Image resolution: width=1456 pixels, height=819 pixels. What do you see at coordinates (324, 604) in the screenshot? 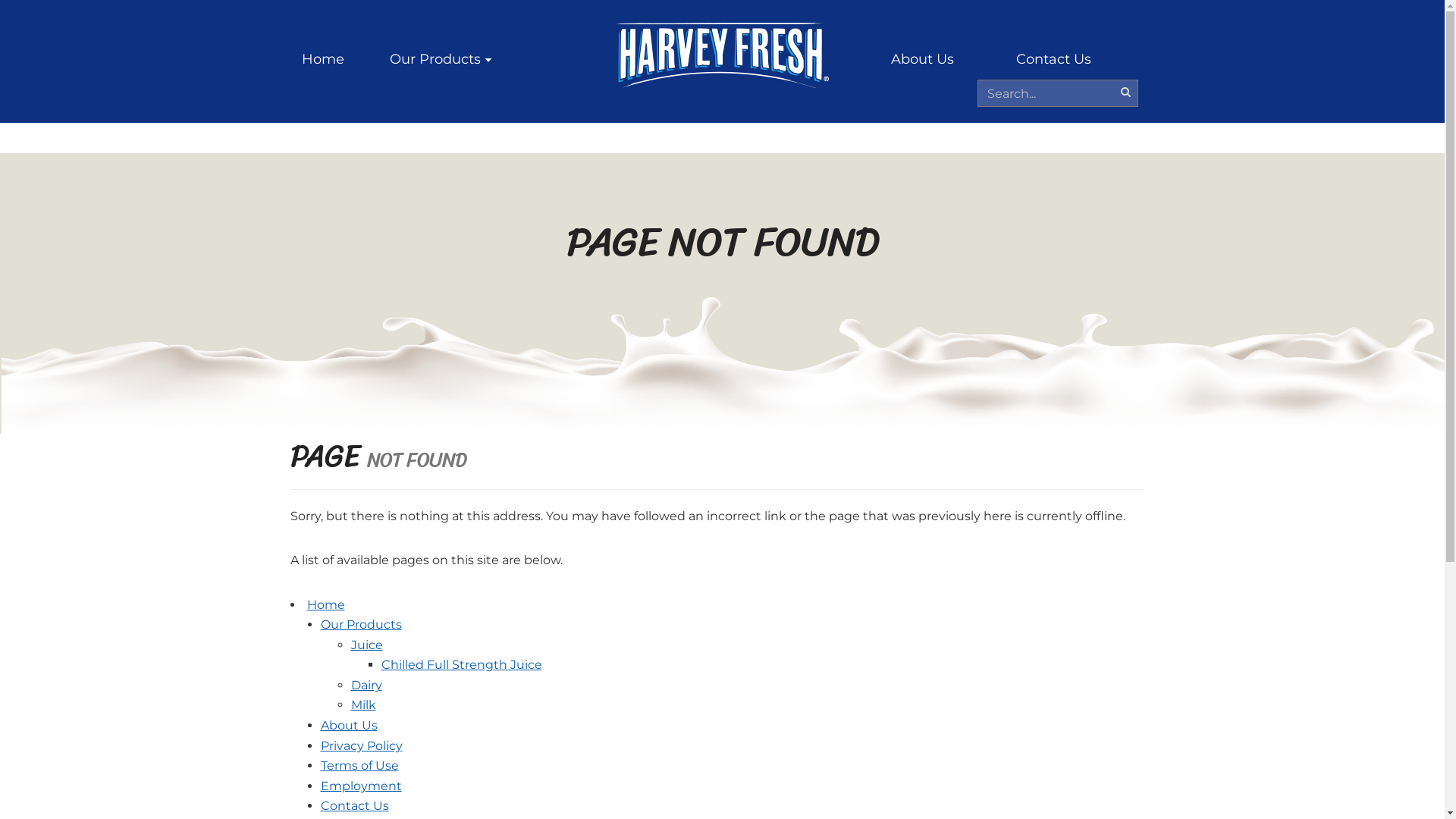
I see `'Home'` at bounding box center [324, 604].